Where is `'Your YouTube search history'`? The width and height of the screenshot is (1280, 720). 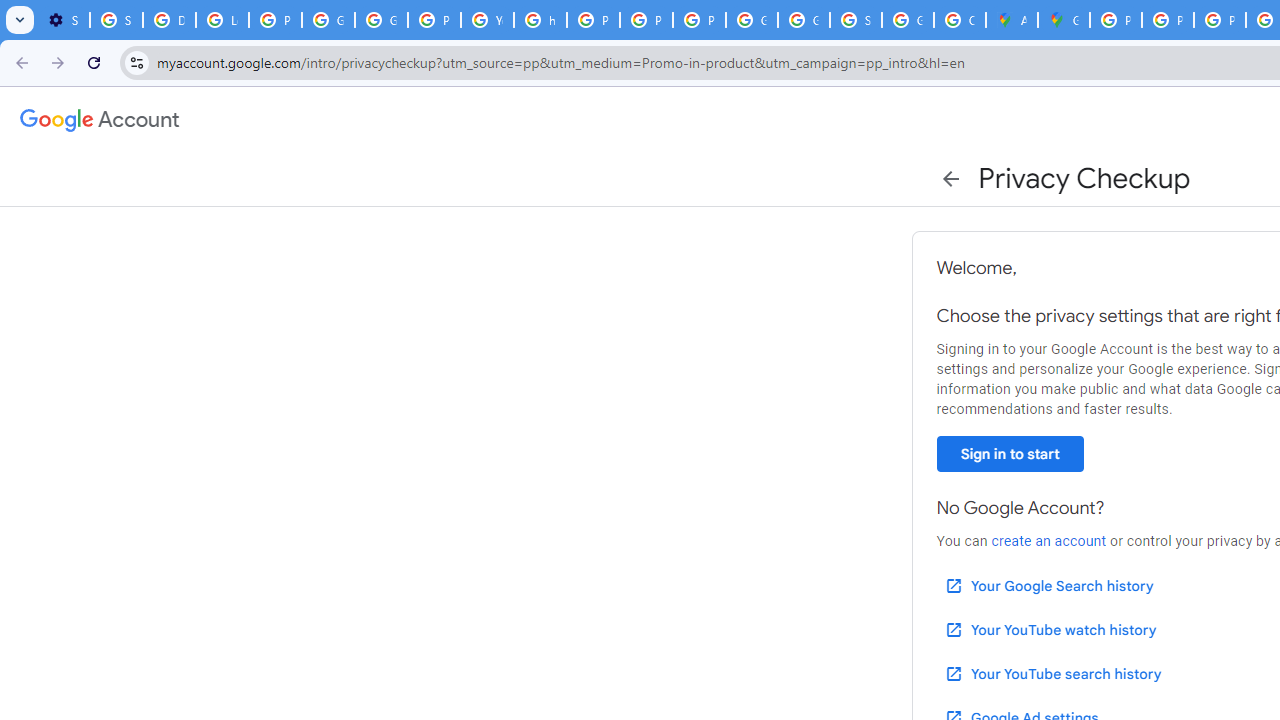 'Your YouTube search history' is located at coordinates (1051, 673).